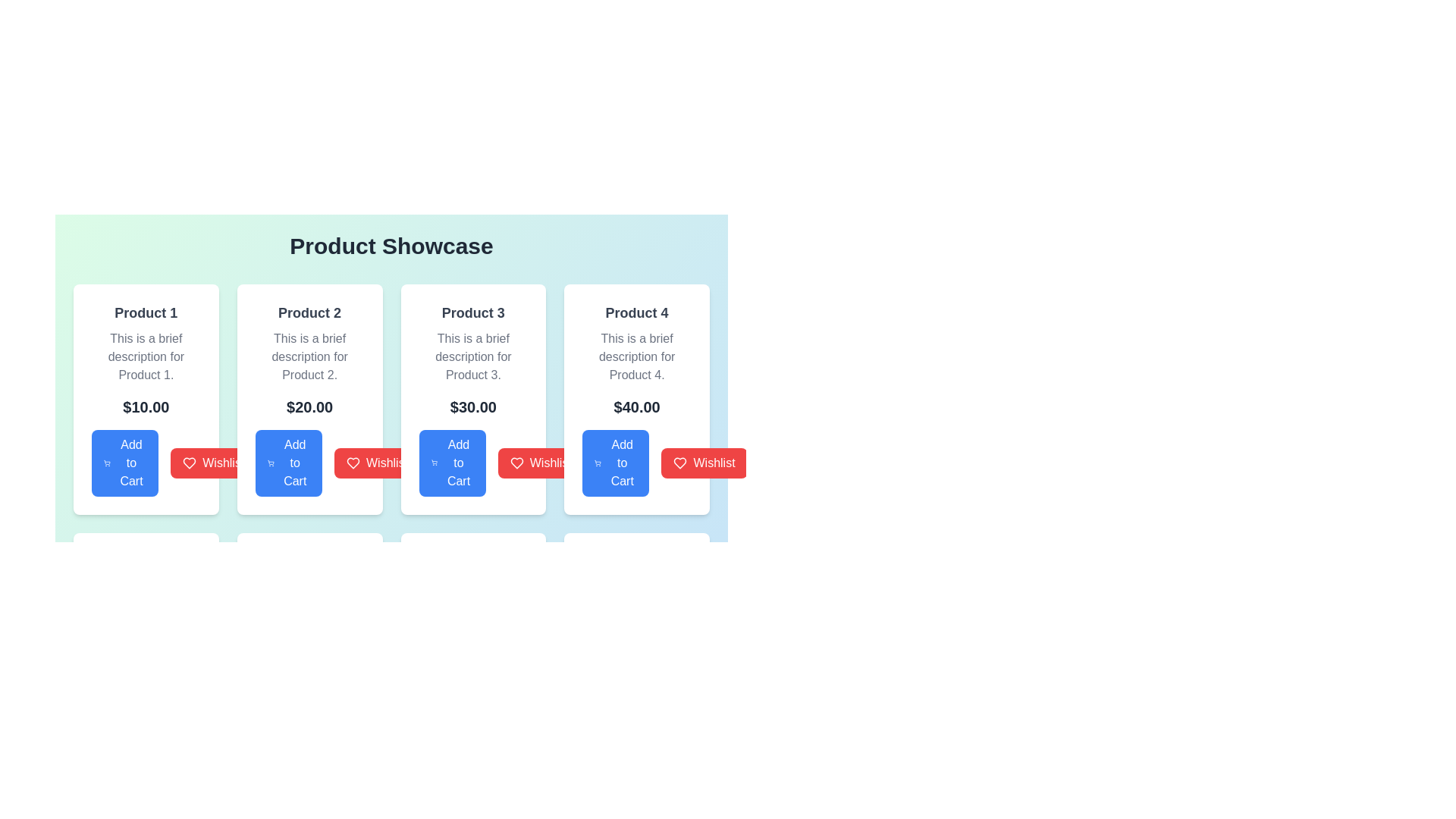 Image resolution: width=1456 pixels, height=819 pixels. Describe the element at coordinates (451, 462) in the screenshot. I see `the 'Add to Cart' button, which is a rectangular button with rounded corners, blue background, and white text, located below 'Product 3'` at that location.